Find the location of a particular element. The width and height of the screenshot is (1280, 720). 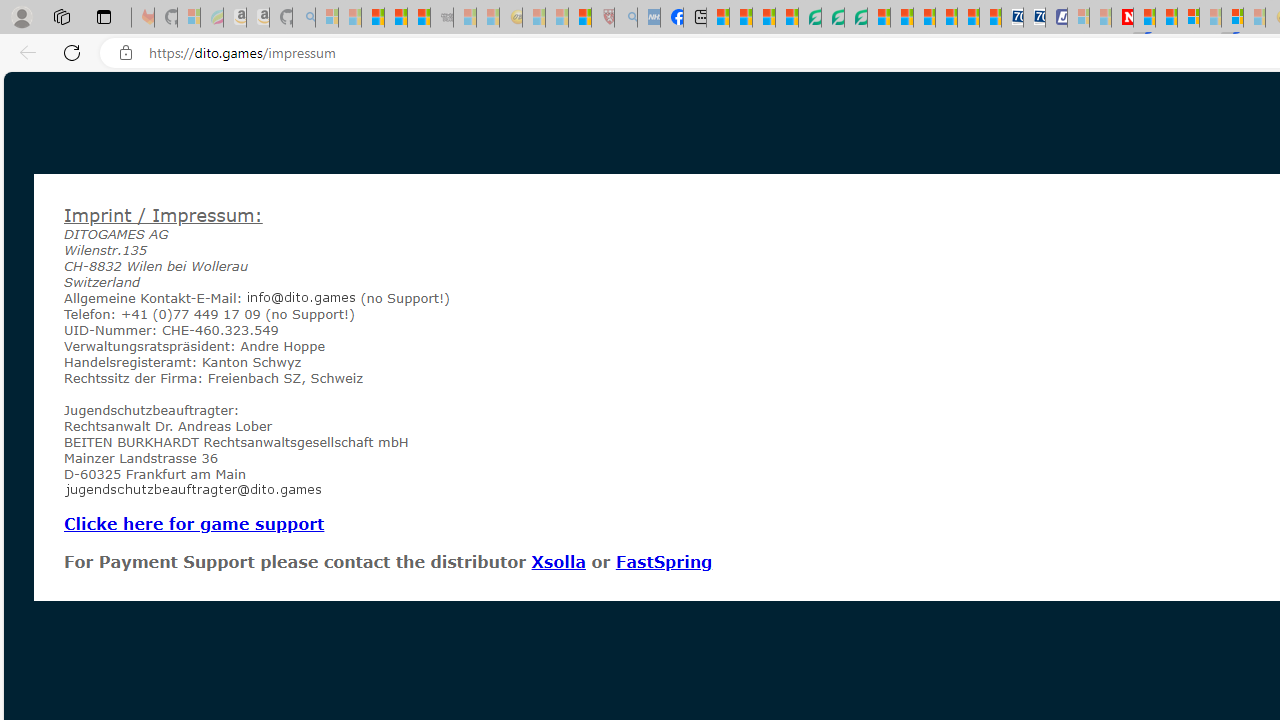

'World - MSN' is located at coordinates (762, 17).